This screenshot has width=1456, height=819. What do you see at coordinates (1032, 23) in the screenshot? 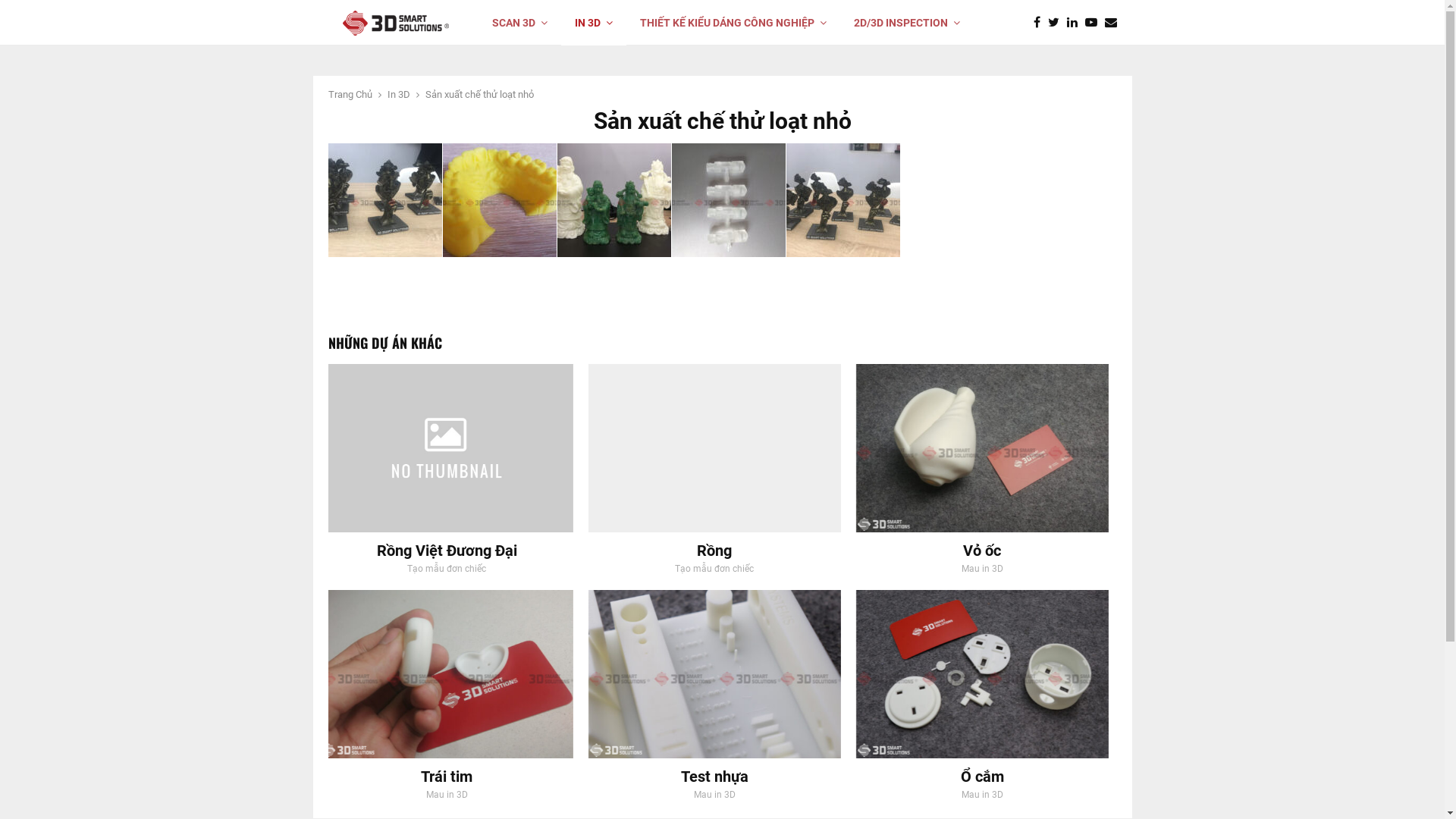
I see `'Facebook'` at bounding box center [1032, 23].